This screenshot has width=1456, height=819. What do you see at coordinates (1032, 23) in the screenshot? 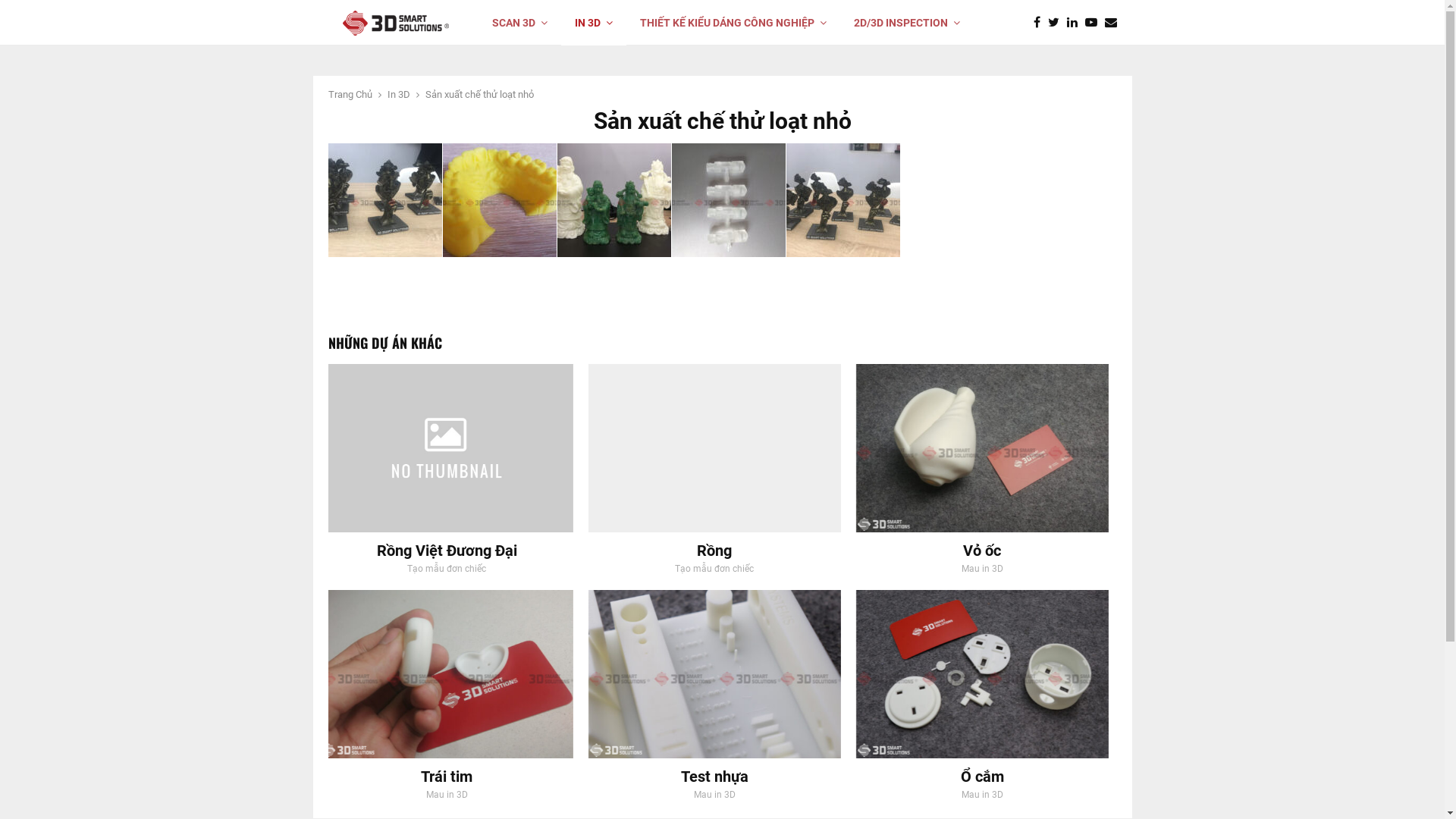
I see `'Facebook'` at bounding box center [1032, 23].